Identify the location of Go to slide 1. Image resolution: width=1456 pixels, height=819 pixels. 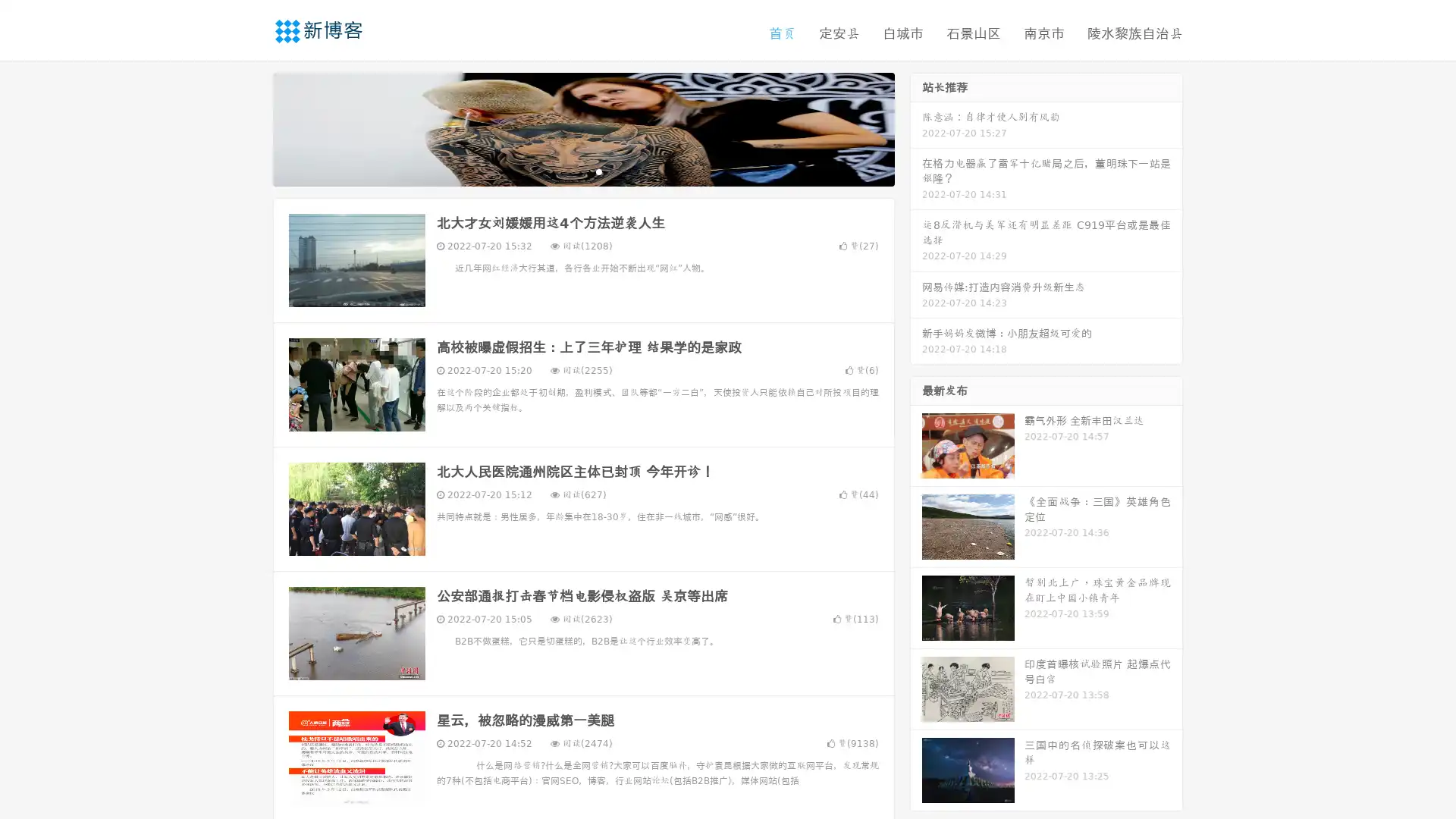
(567, 171).